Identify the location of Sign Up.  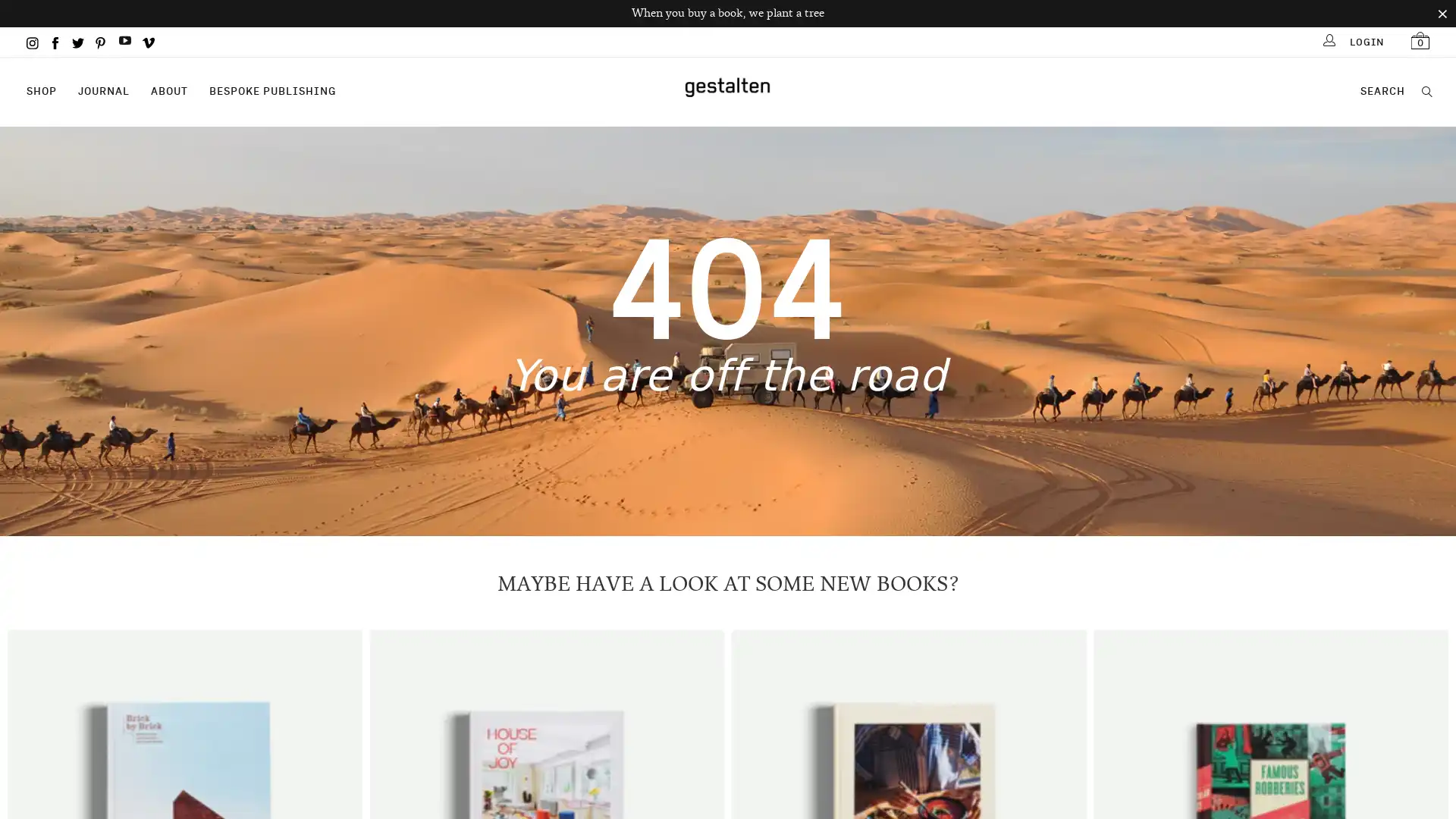
(825, 444).